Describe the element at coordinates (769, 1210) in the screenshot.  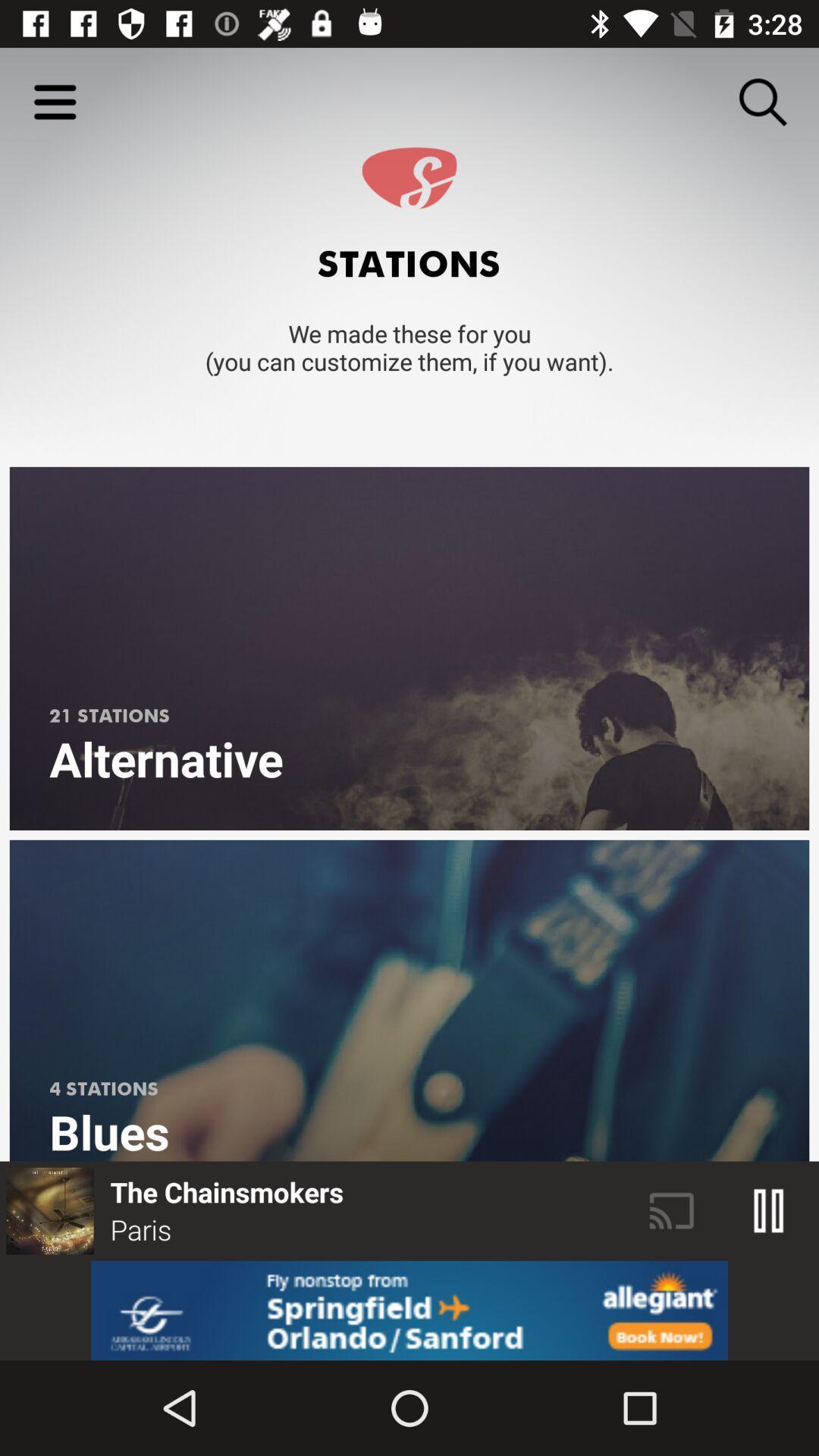
I see `the play button shown on the bottom right corner of the page` at that location.